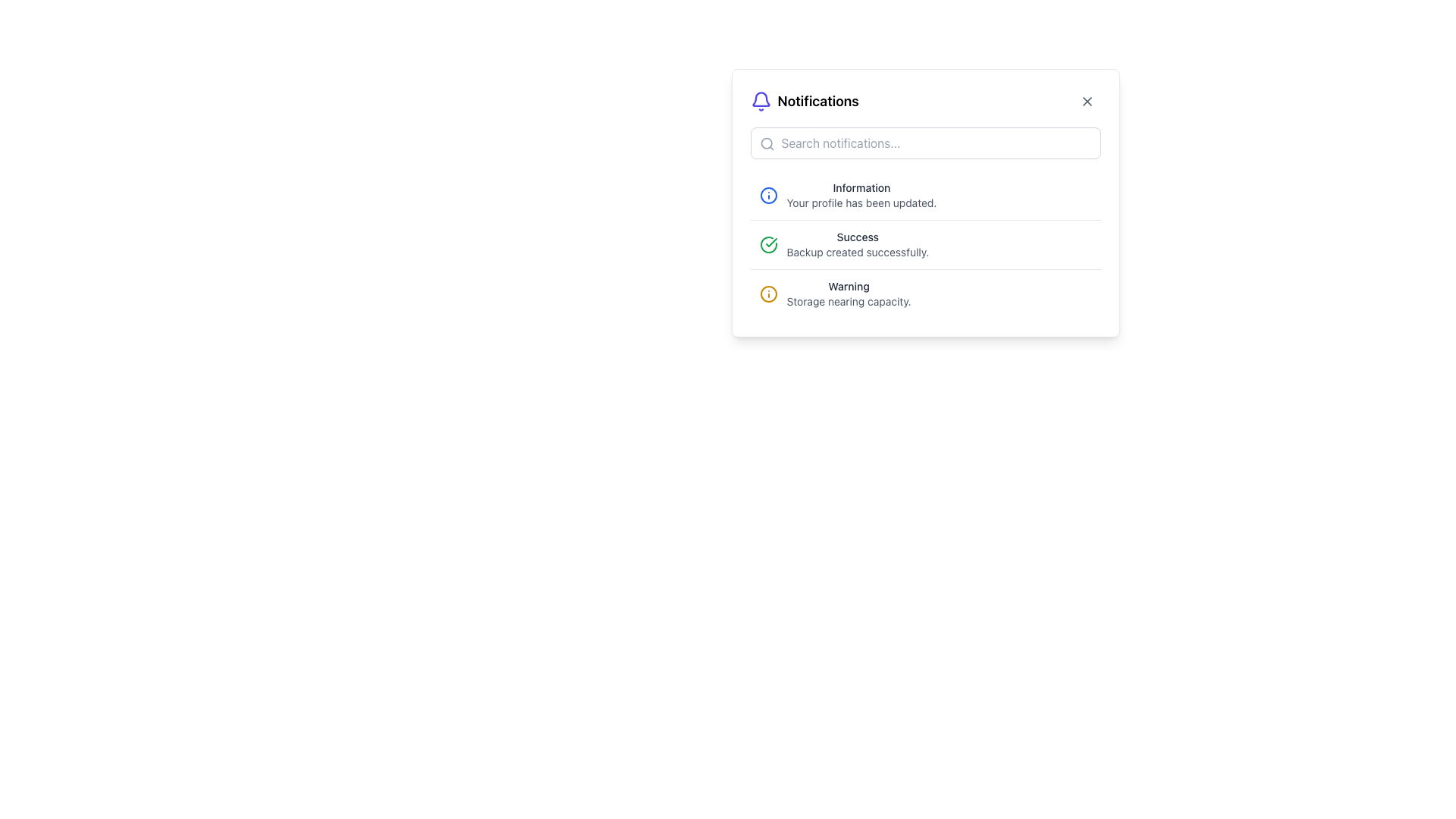 This screenshot has width=1456, height=819. What do you see at coordinates (766, 143) in the screenshot?
I see `the circular lens icon of the magnifying glass within the search input box at the top of the notification panel` at bounding box center [766, 143].